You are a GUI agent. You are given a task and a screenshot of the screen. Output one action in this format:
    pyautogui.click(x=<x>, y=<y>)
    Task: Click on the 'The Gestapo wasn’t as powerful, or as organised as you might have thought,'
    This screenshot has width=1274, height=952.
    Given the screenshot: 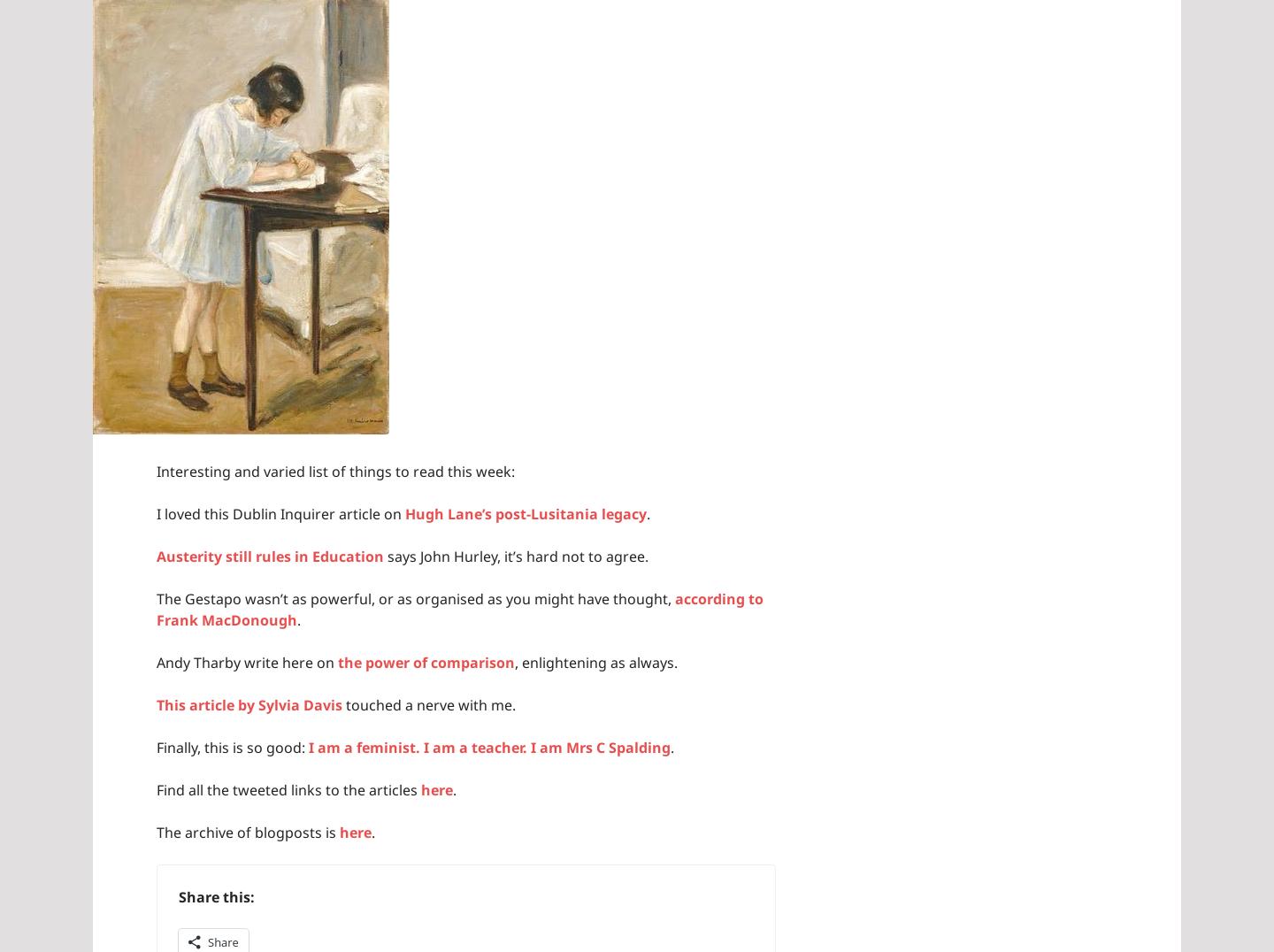 What is the action you would take?
    pyautogui.click(x=416, y=598)
    